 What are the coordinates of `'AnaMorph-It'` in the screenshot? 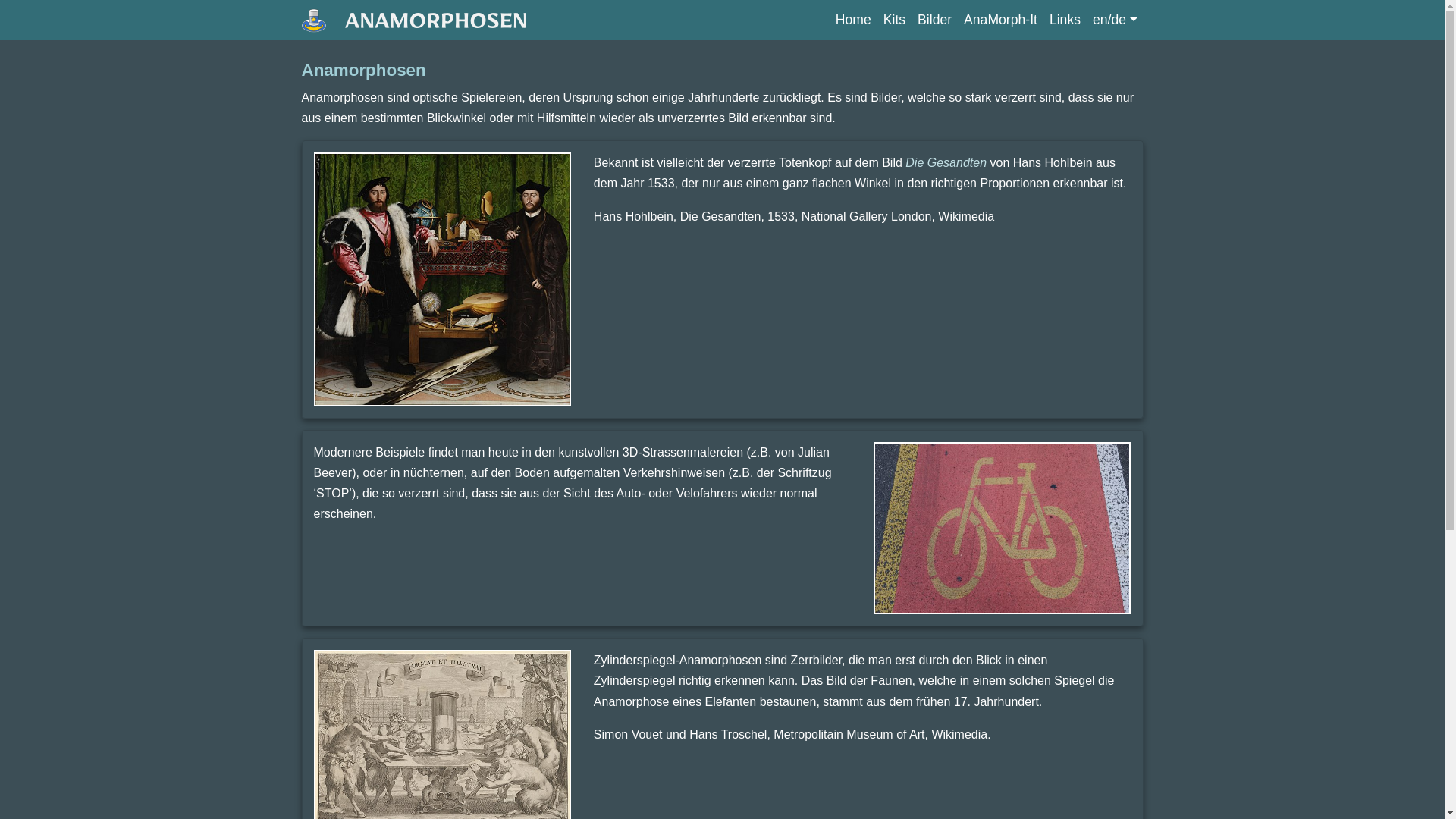 It's located at (1000, 20).